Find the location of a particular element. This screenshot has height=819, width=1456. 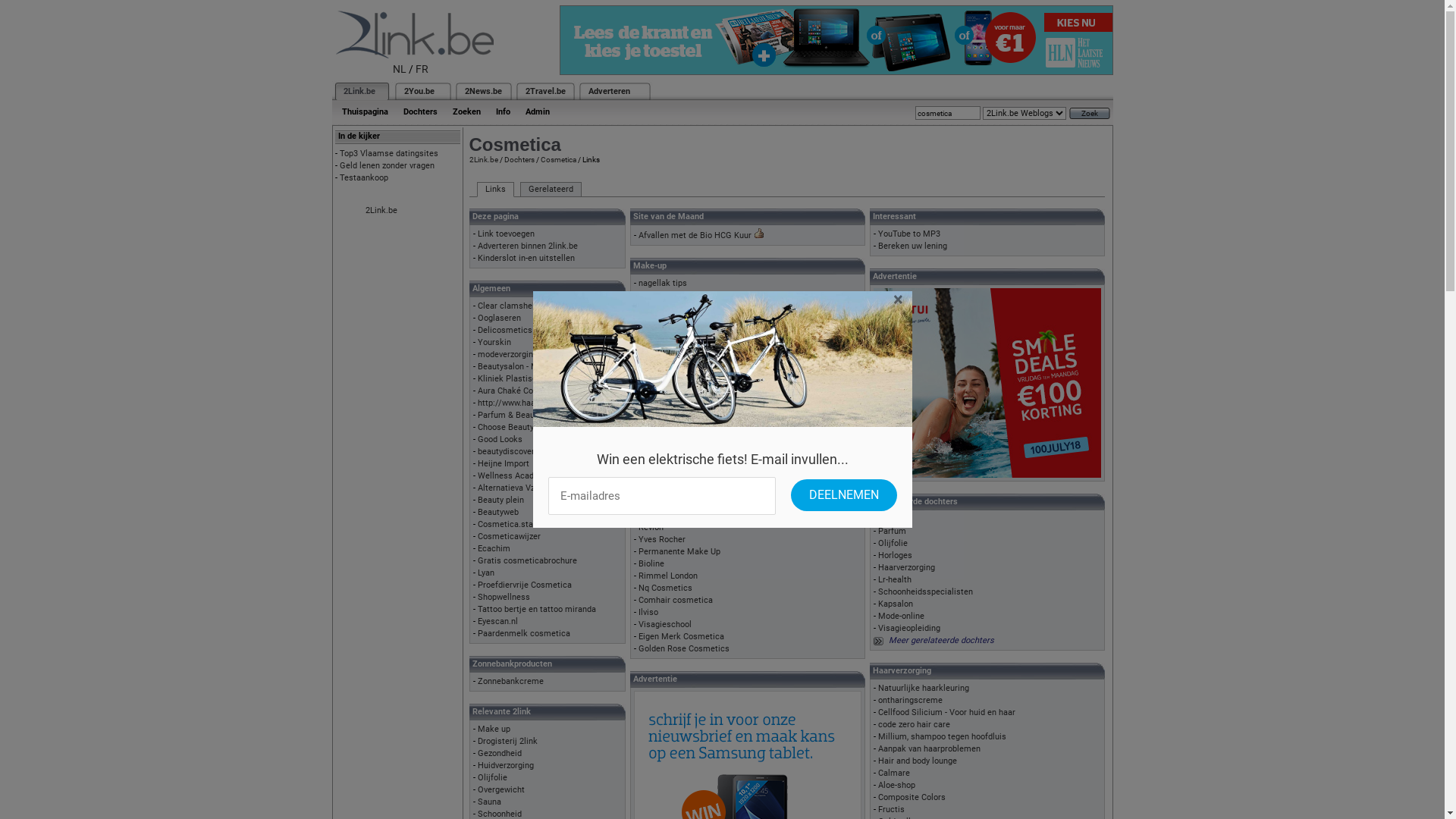

'Visagieopleiding' is located at coordinates (909, 628).